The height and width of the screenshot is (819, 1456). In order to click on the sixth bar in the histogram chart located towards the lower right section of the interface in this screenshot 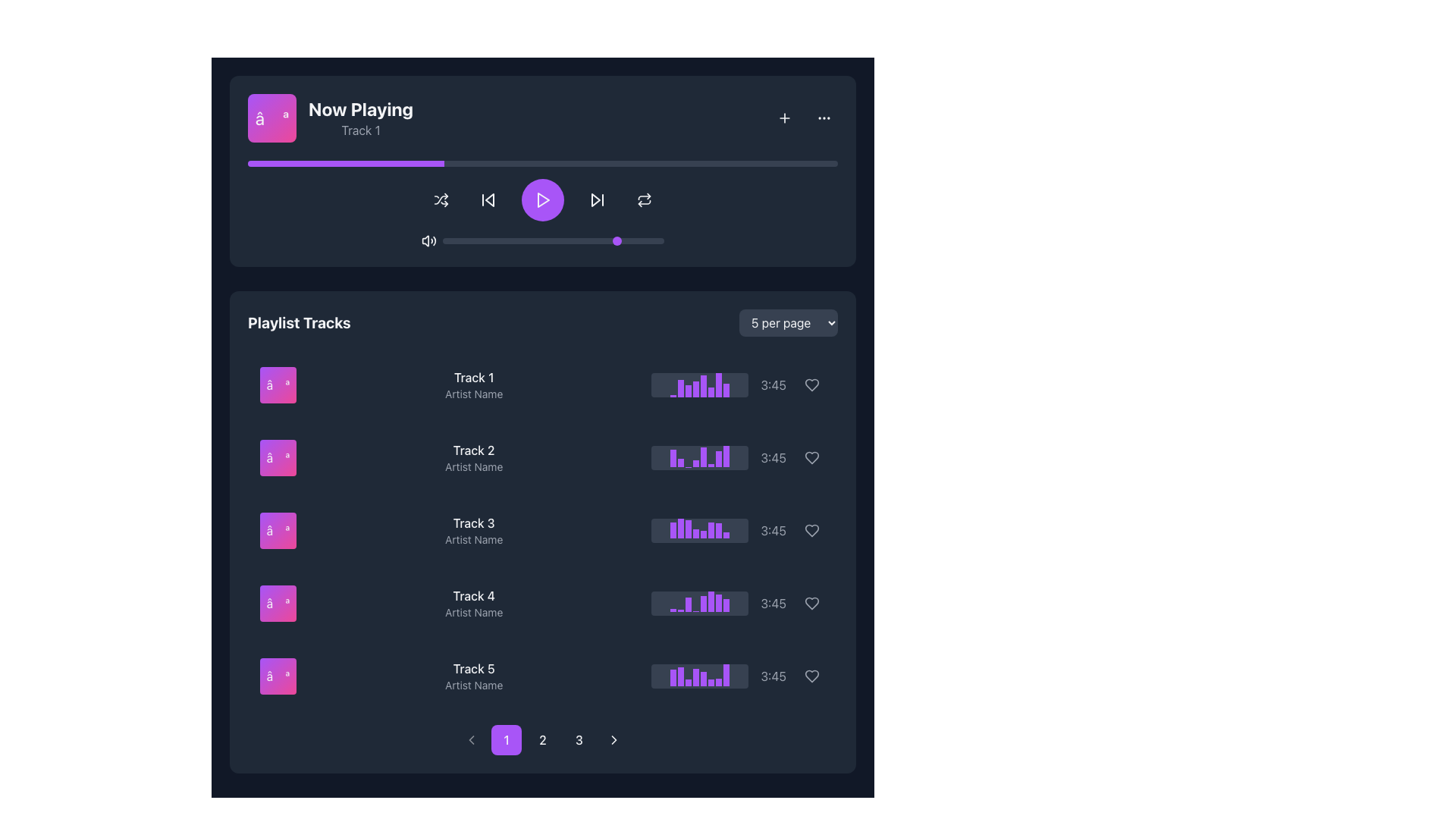, I will do `click(711, 682)`.